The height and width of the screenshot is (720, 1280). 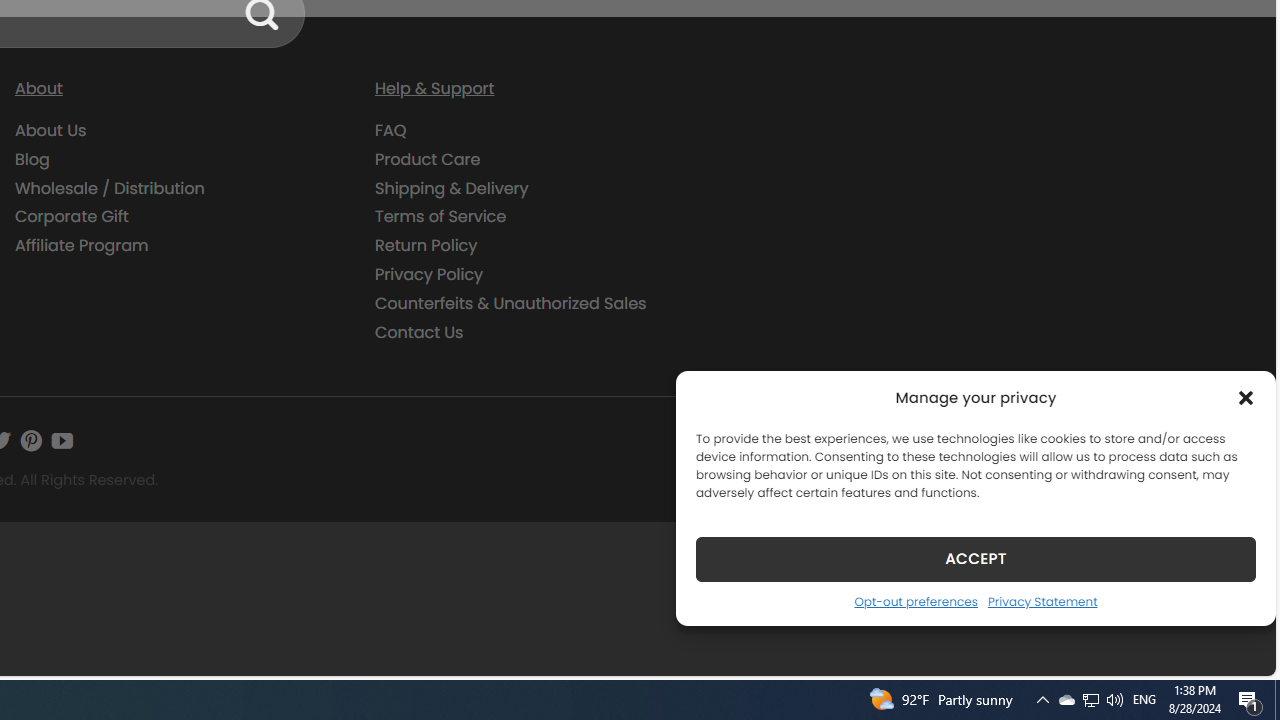 What do you see at coordinates (540, 158) in the screenshot?
I see `'Product Care'` at bounding box center [540, 158].